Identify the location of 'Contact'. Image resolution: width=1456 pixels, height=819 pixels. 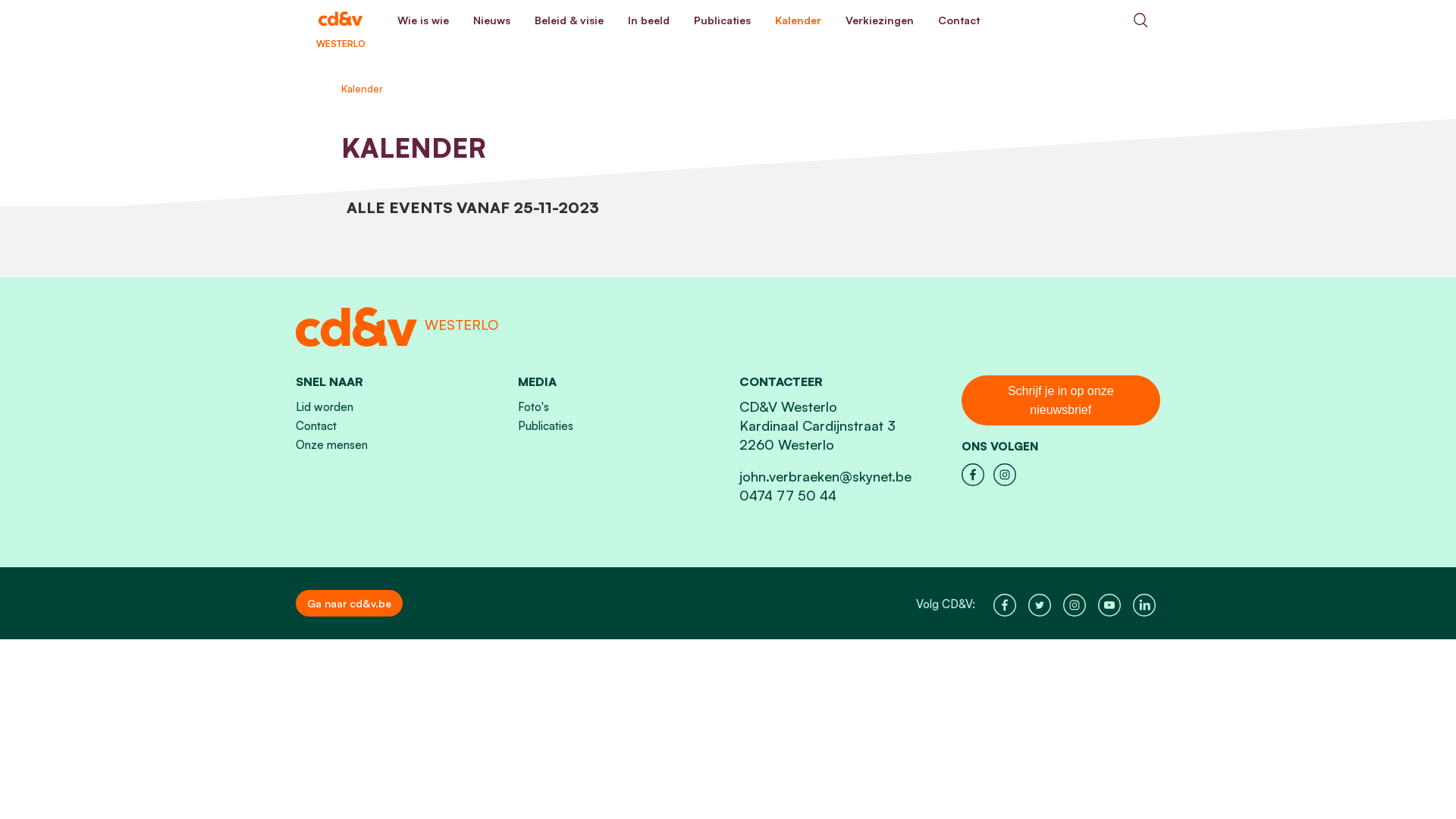
(315, 425).